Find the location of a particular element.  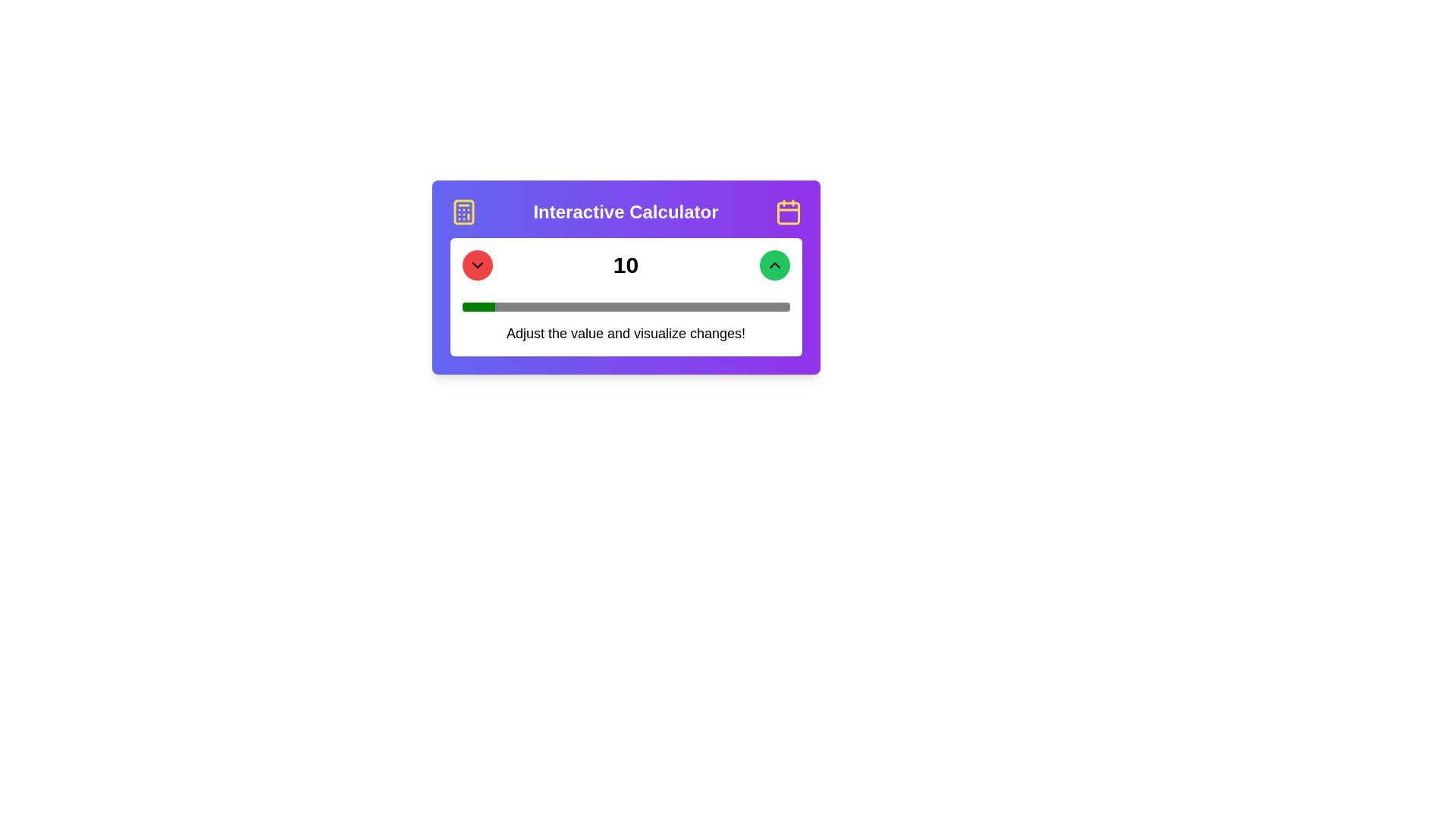

the slider value is located at coordinates (743, 307).